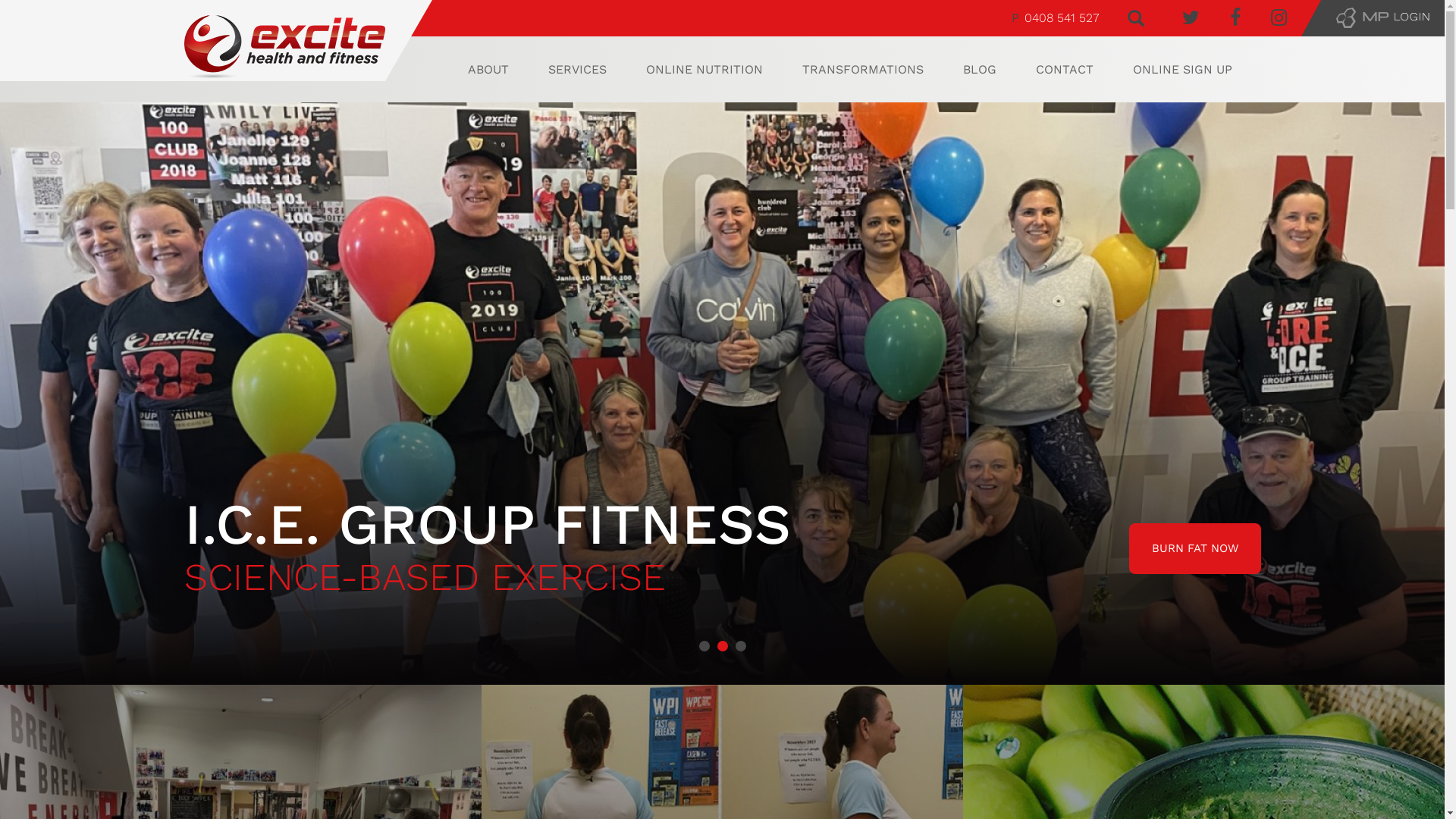  I want to click on 'BLOG', so click(979, 69).